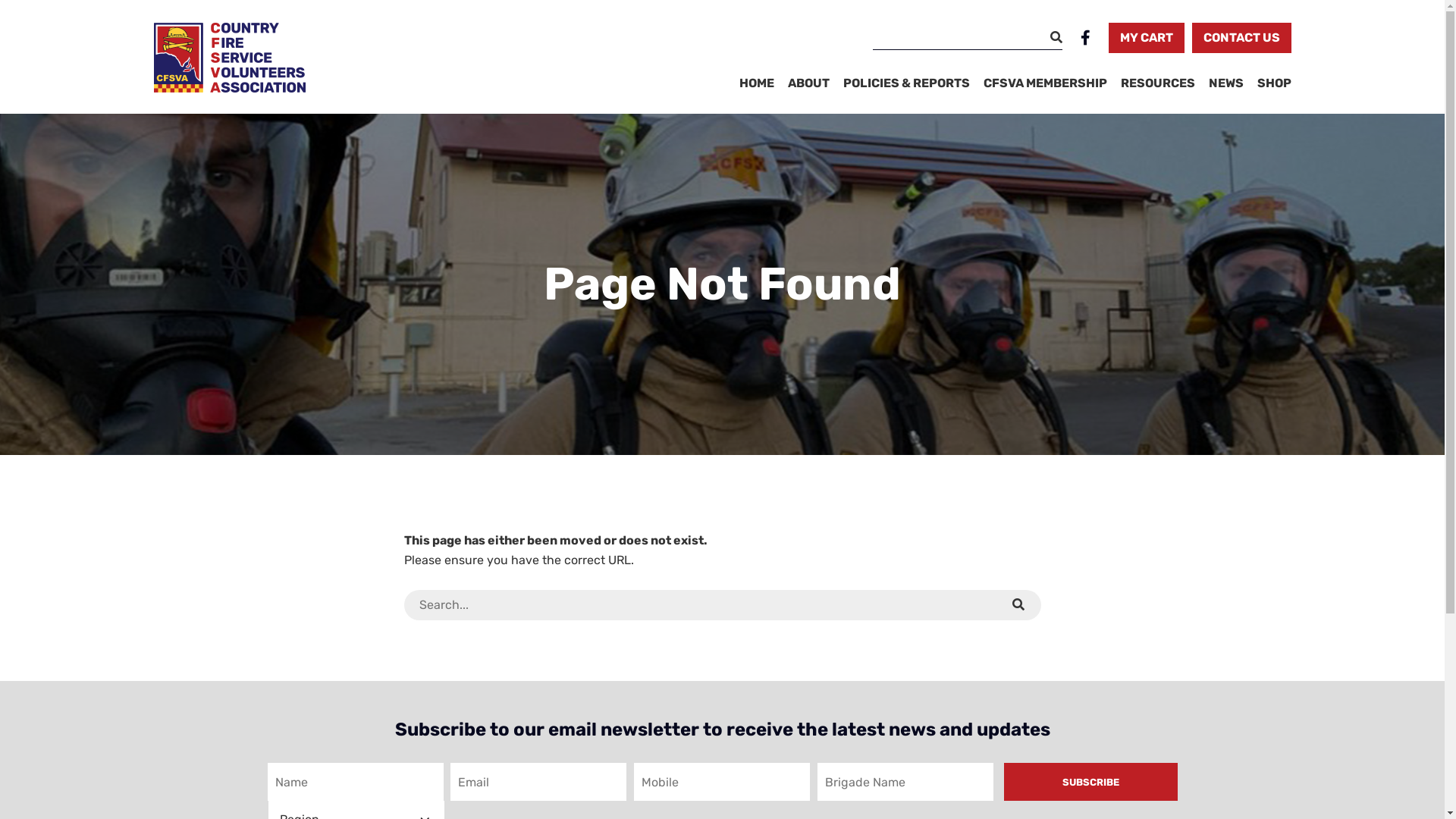  Describe the element at coordinates (1257, 83) in the screenshot. I see `'SHOP'` at that location.